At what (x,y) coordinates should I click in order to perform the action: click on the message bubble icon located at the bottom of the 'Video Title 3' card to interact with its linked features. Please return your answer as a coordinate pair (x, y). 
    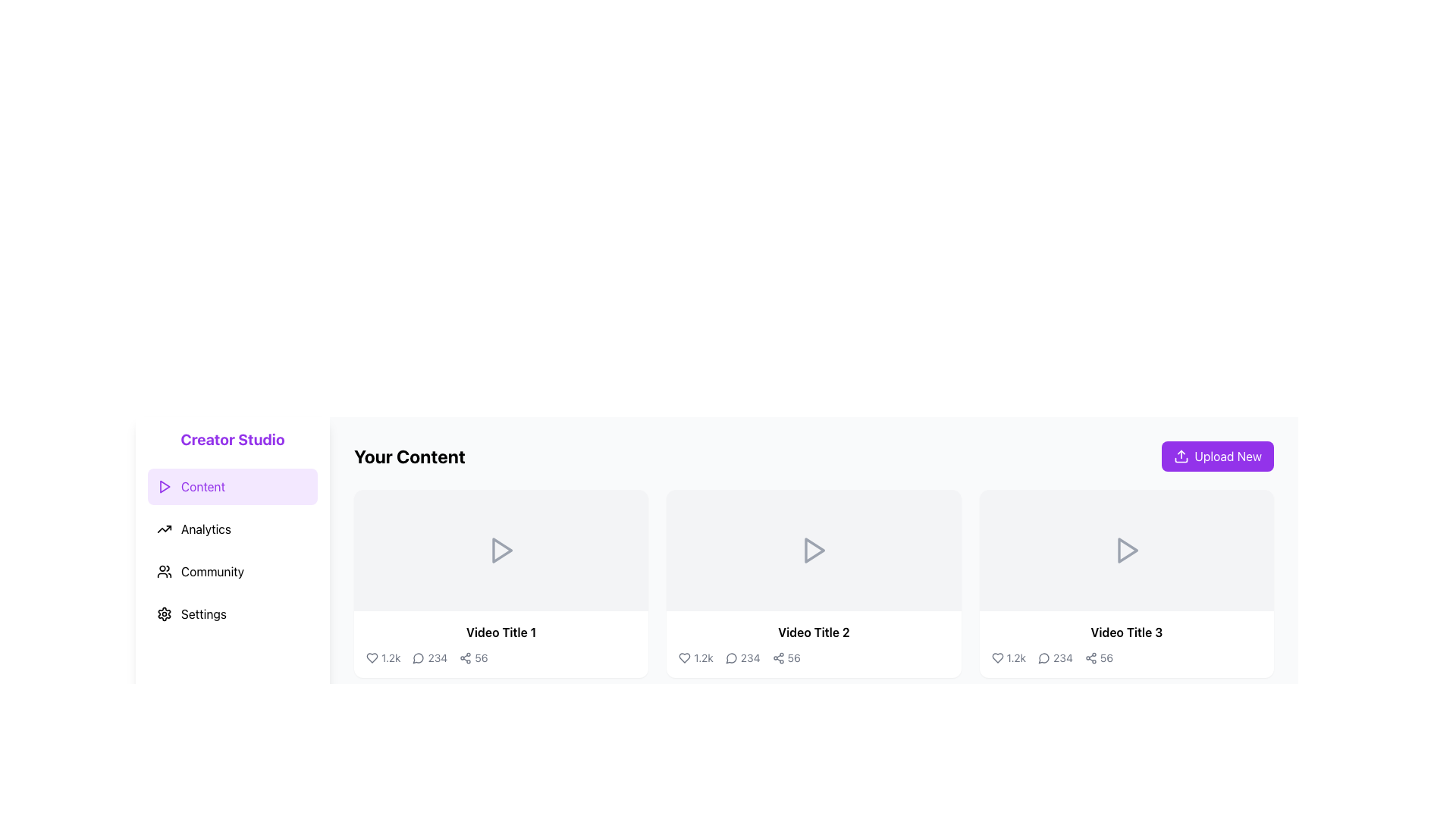
    Looking at the image, I should click on (1043, 657).